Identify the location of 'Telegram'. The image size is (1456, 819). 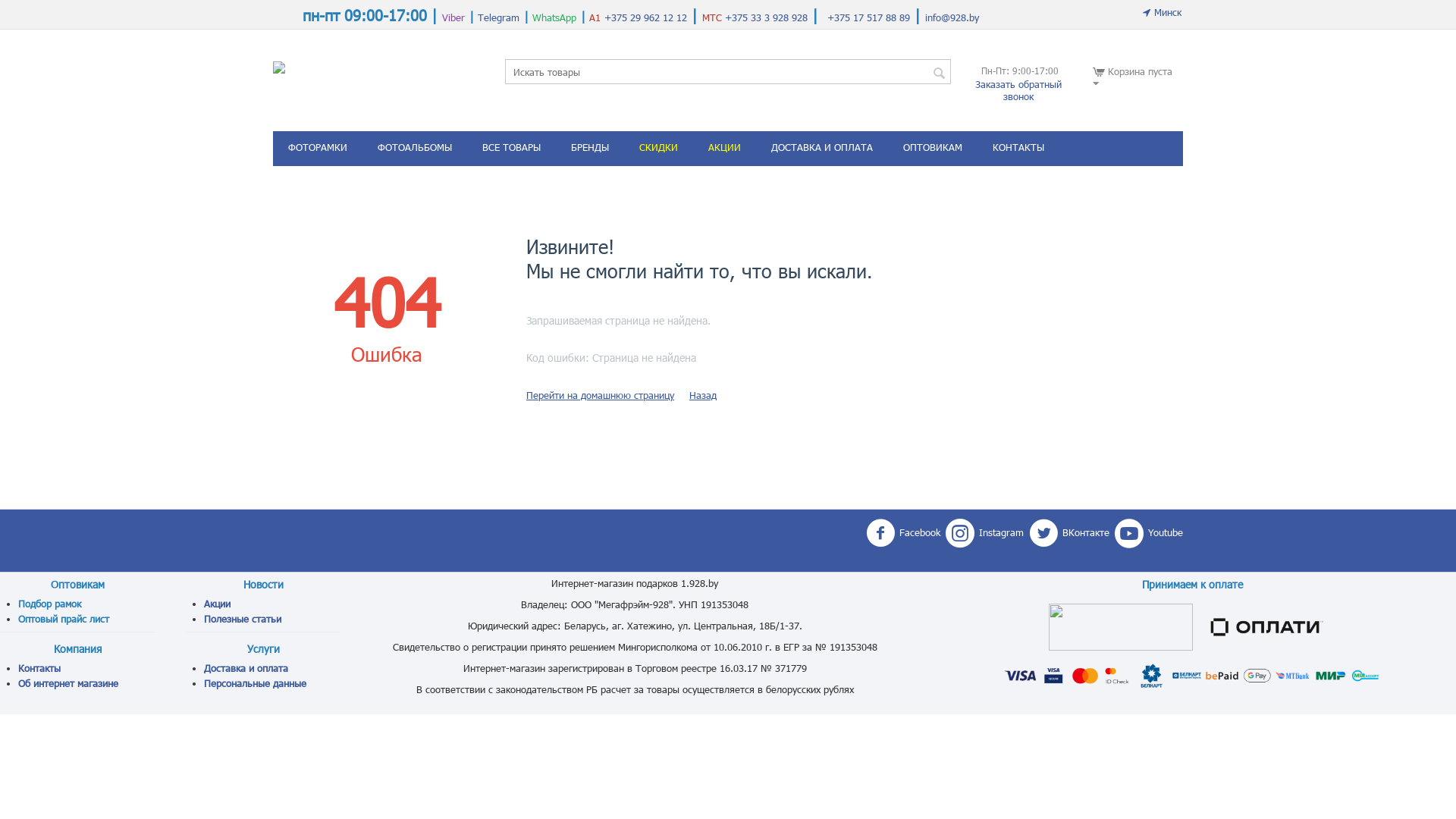
(476, 17).